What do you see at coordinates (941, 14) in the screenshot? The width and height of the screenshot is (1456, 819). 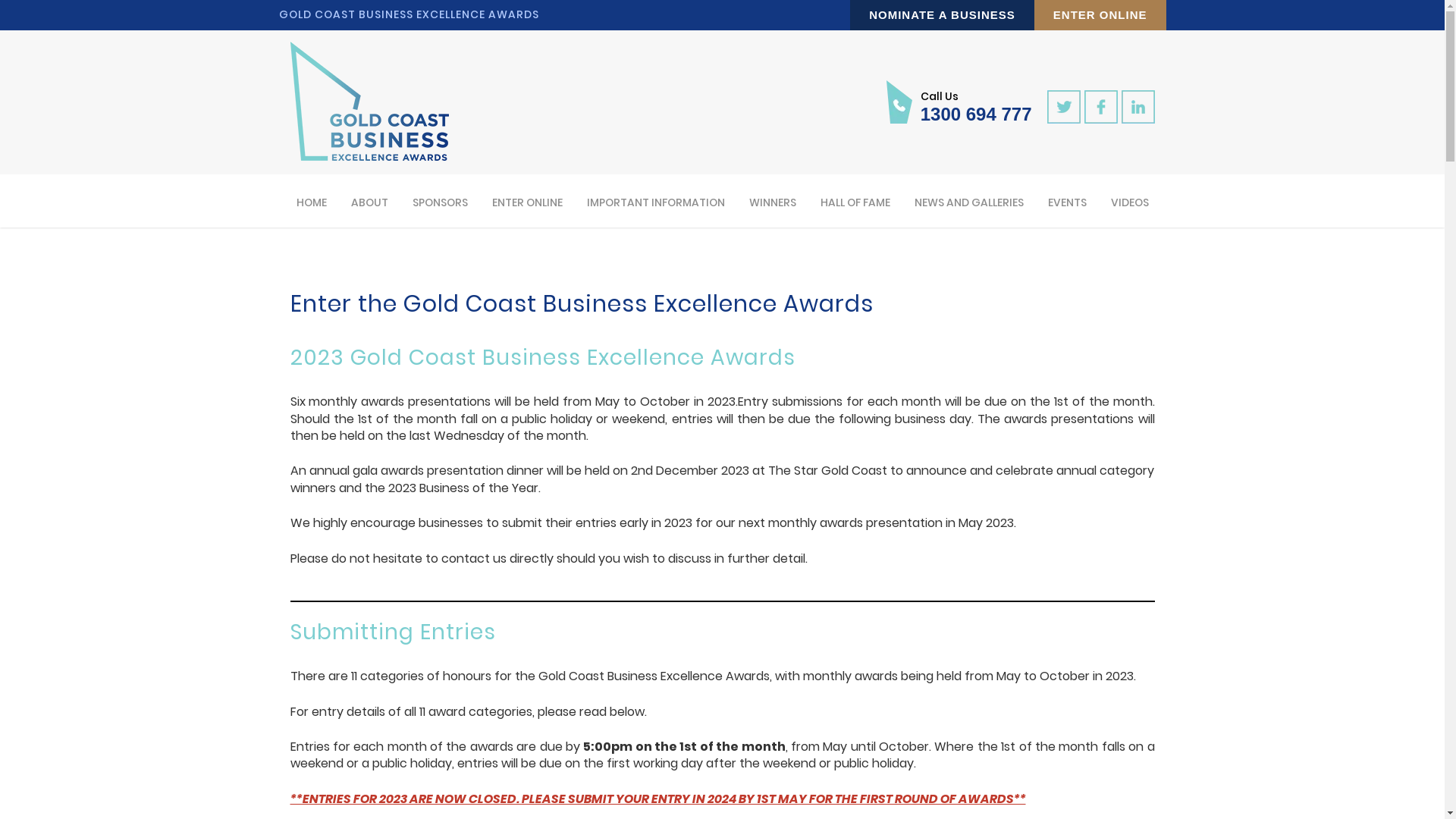 I see `'NOMINATE A BUSINESS'` at bounding box center [941, 14].